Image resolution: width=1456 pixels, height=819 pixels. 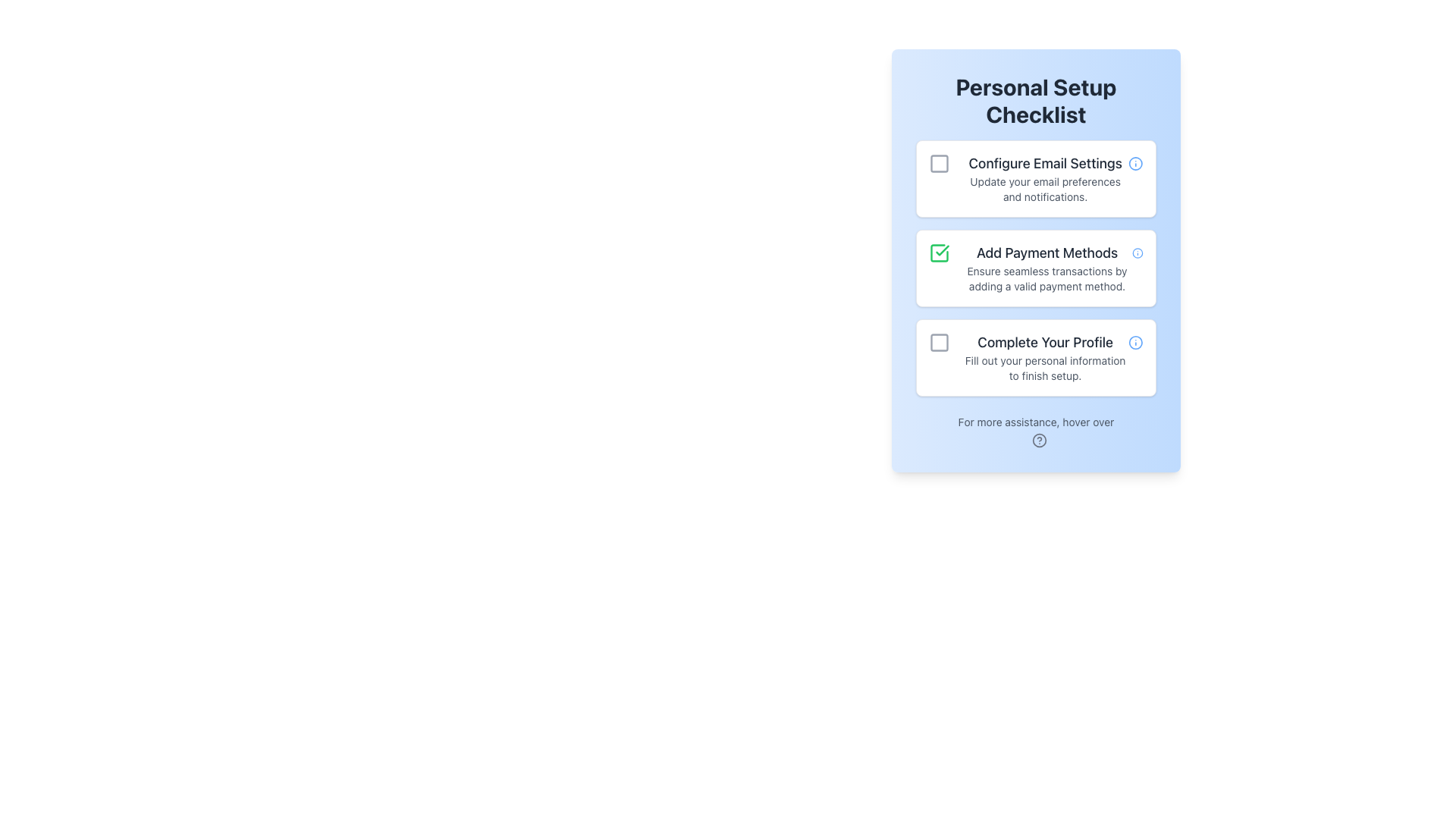 What do you see at coordinates (938, 342) in the screenshot?
I see `the checkbox element, which is a light gray square outline with rounded corners` at bounding box center [938, 342].